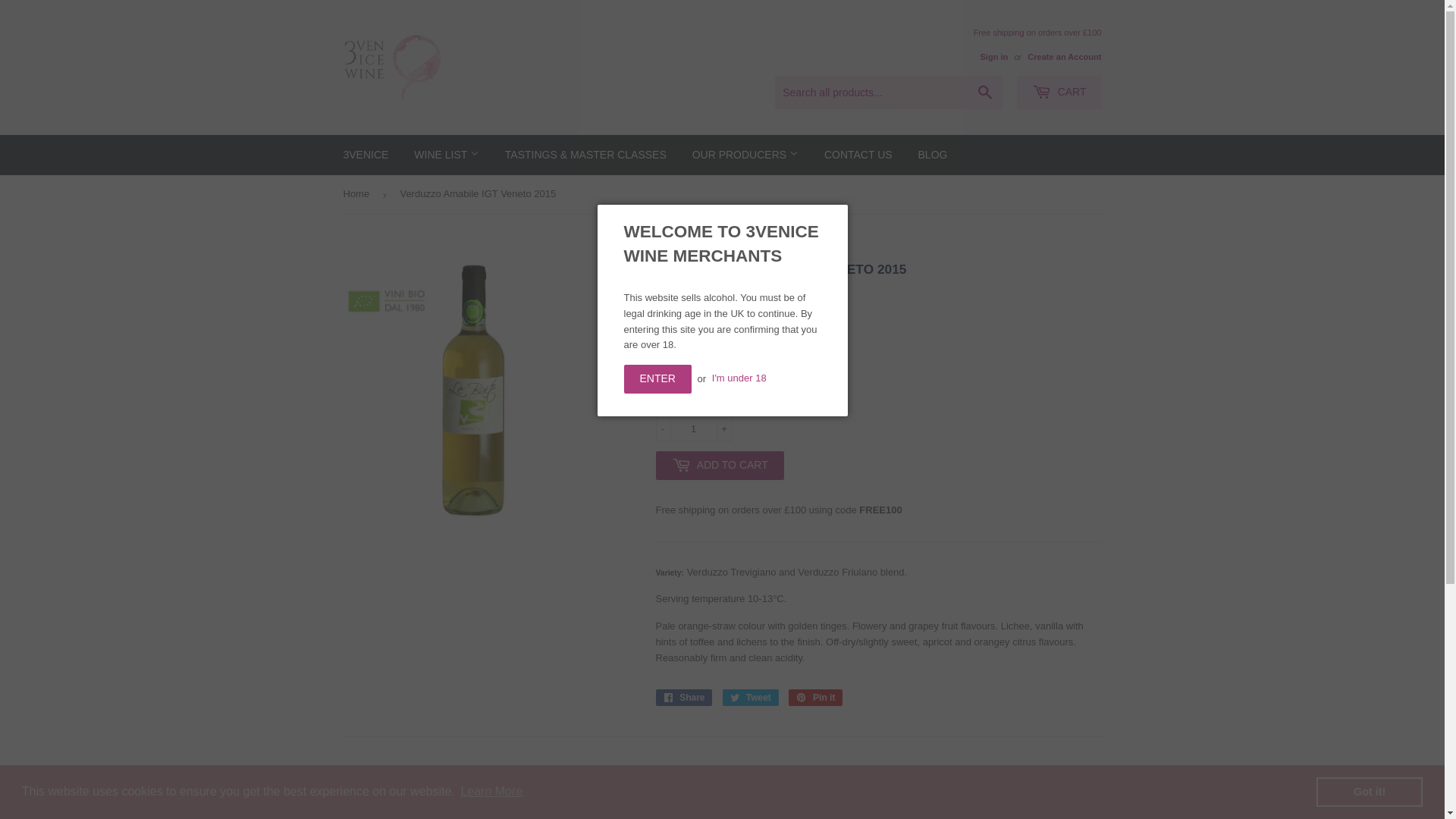 This screenshot has height=819, width=1456. Describe the element at coordinates (446, 155) in the screenshot. I see `'WINE LIST'` at that location.